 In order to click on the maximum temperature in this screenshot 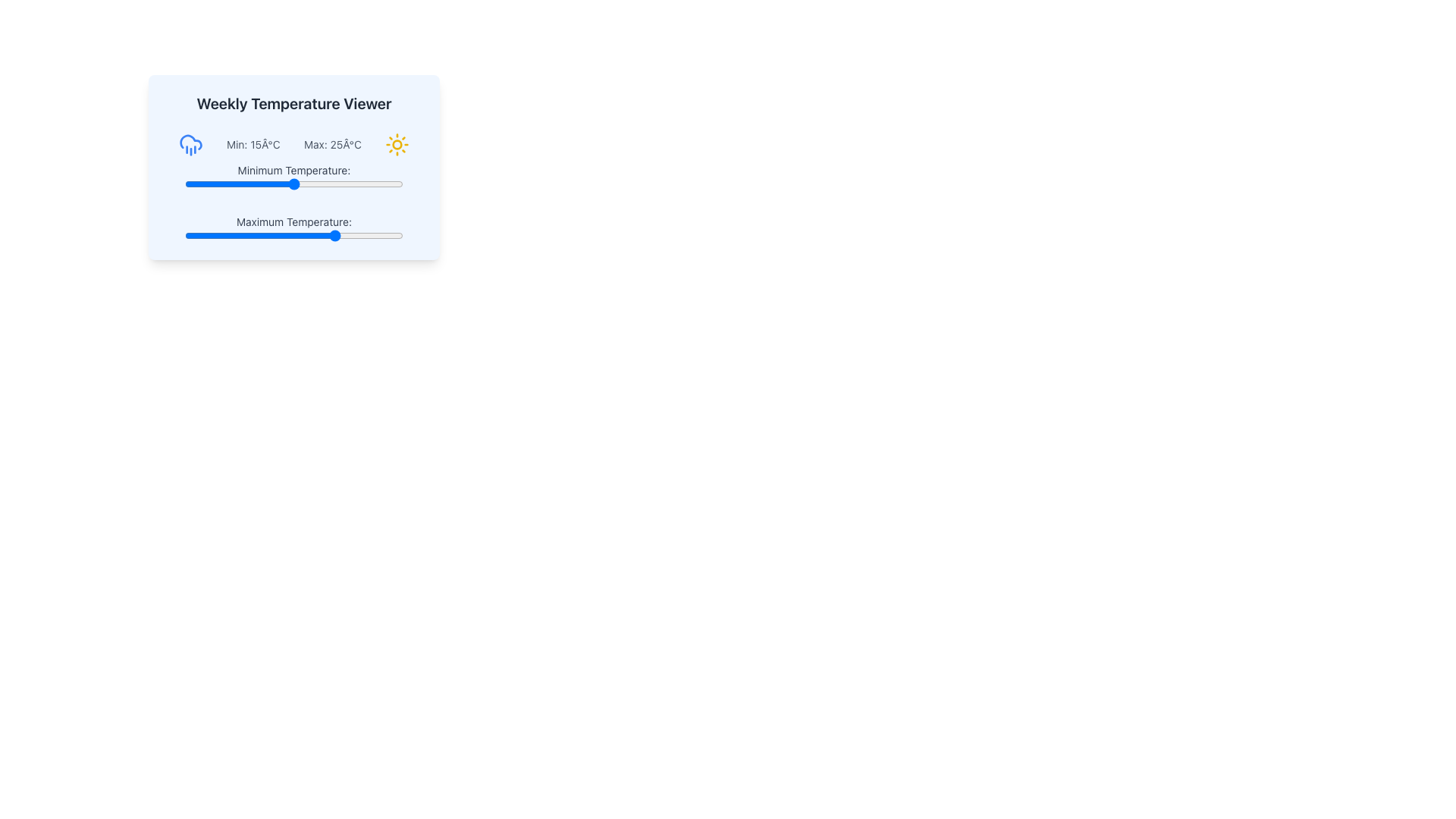, I will do `click(193, 236)`.